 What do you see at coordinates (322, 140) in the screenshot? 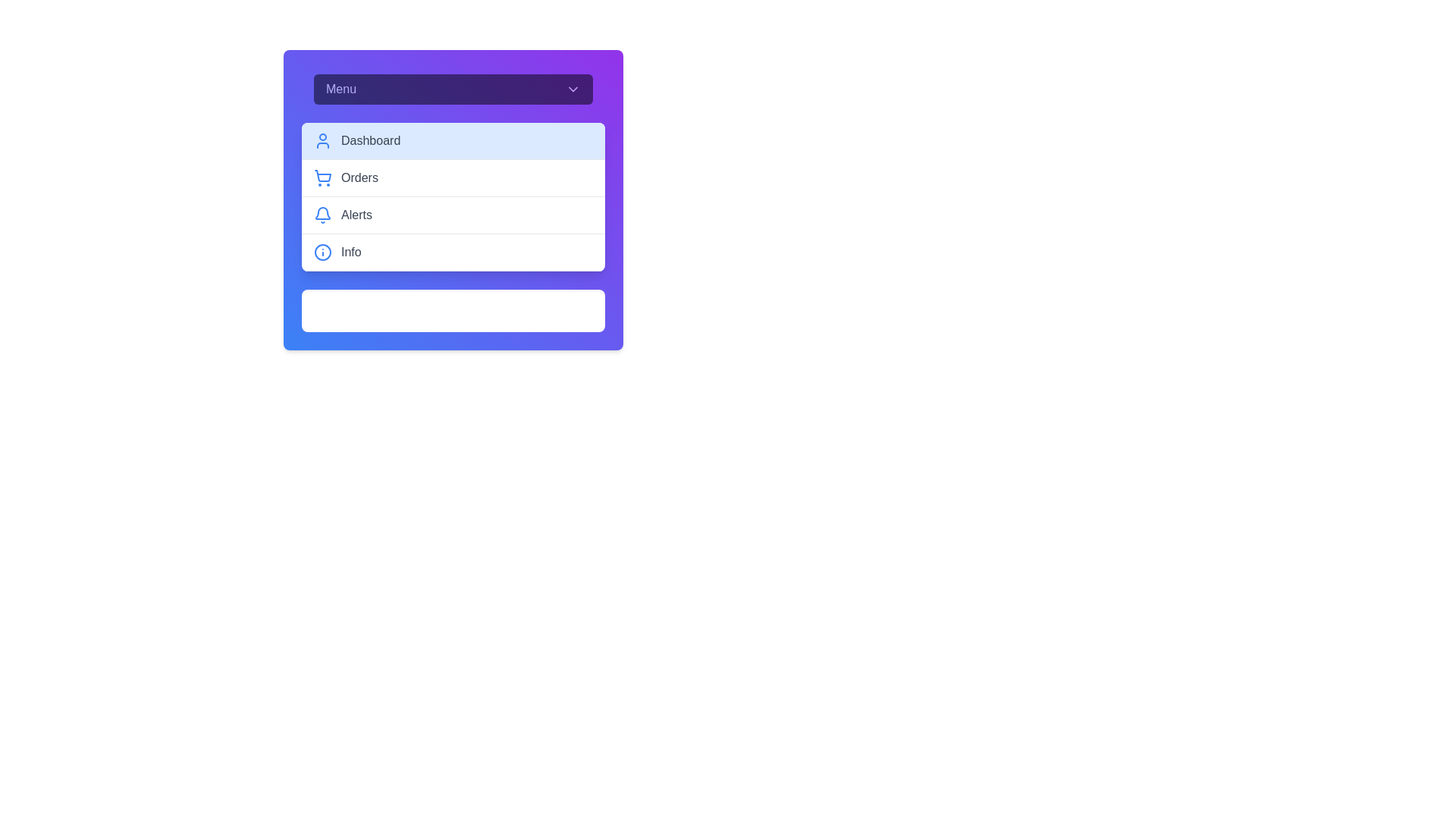
I see `the user-related dashboard icon, which is located in the first list item of the vertical menu, to the left of the 'Dashboard' text label and within the blue-highlighted row` at bounding box center [322, 140].